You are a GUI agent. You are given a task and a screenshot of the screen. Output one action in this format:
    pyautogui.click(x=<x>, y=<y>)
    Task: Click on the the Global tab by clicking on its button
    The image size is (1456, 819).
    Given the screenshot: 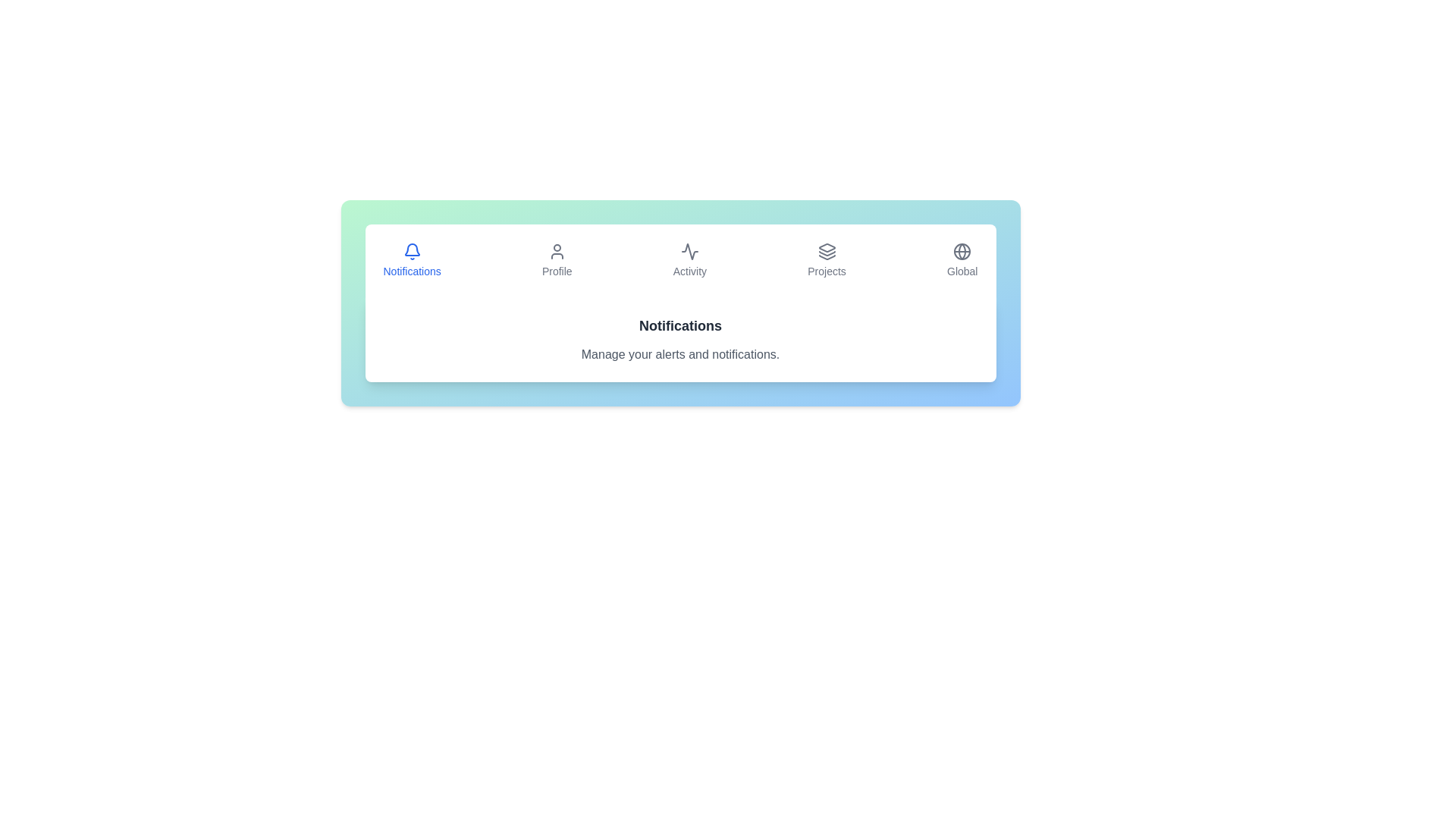 What is the action you would take?
    pyautogui.click(x=962, y=259)
    